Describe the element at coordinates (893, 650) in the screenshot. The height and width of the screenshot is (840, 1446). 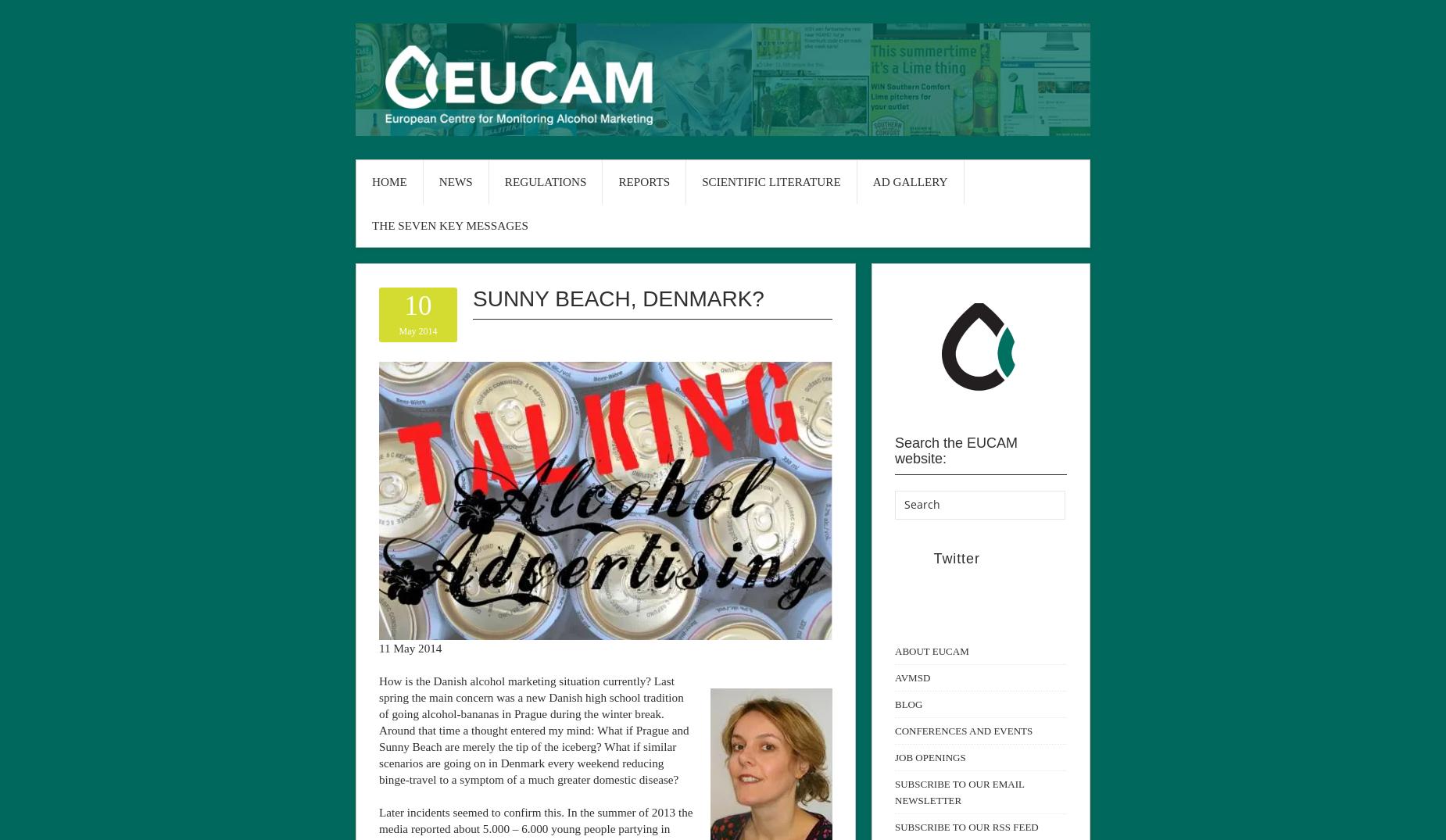
I see `'ABOUT EUCAM'` at that location.